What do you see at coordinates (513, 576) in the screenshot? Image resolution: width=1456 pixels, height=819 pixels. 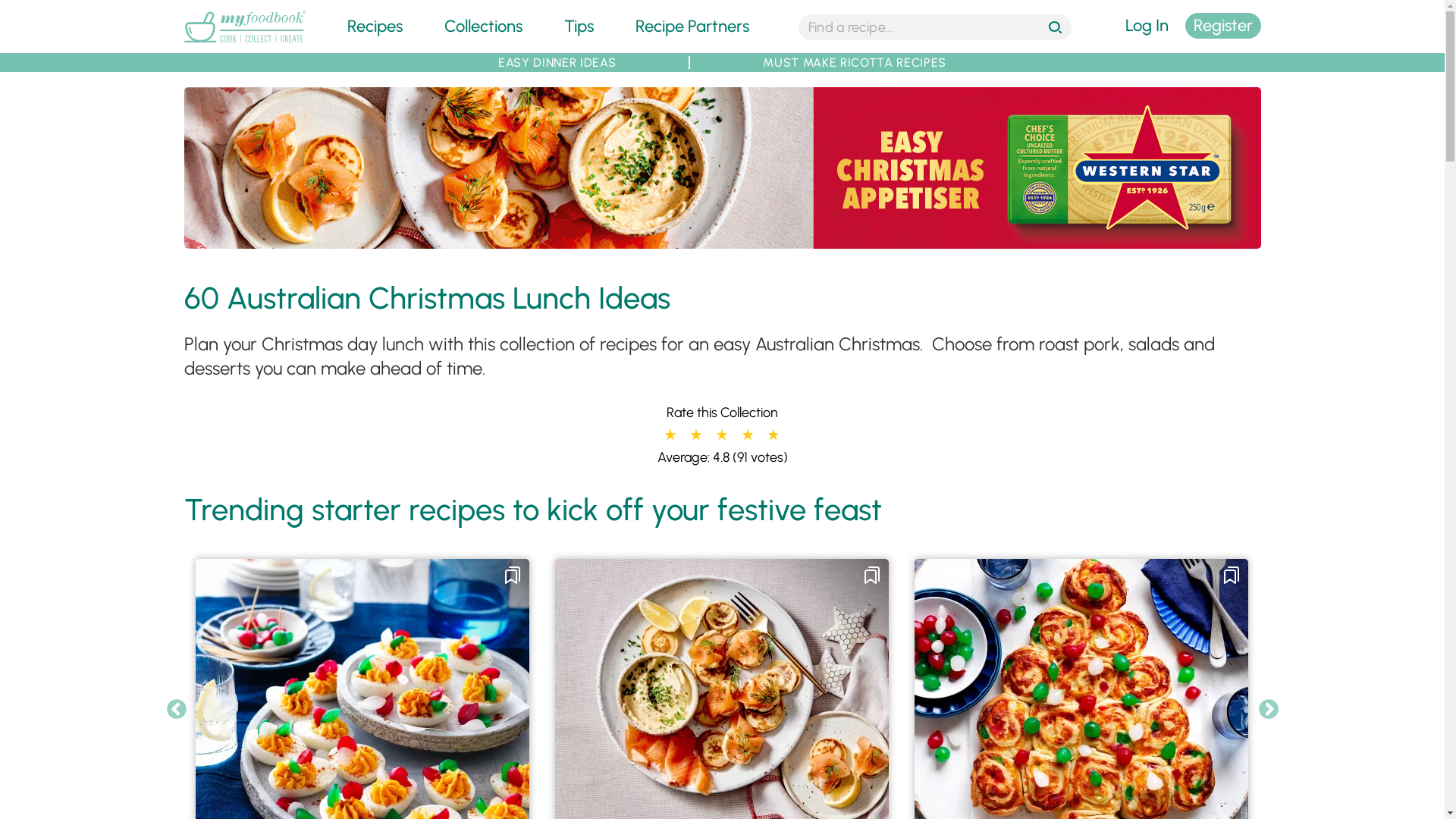 I see `'Save recipe'` at bounding box center [513, 576].